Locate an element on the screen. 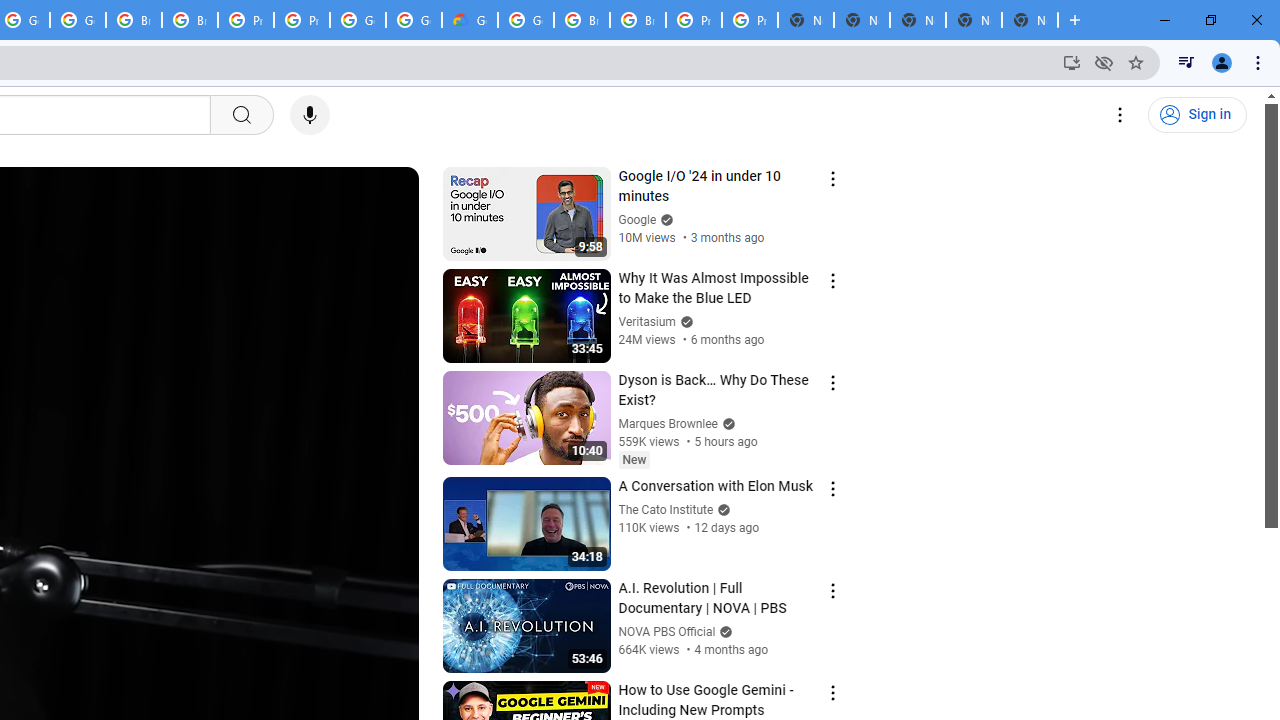  'New' is located at coordinates (633, 459).